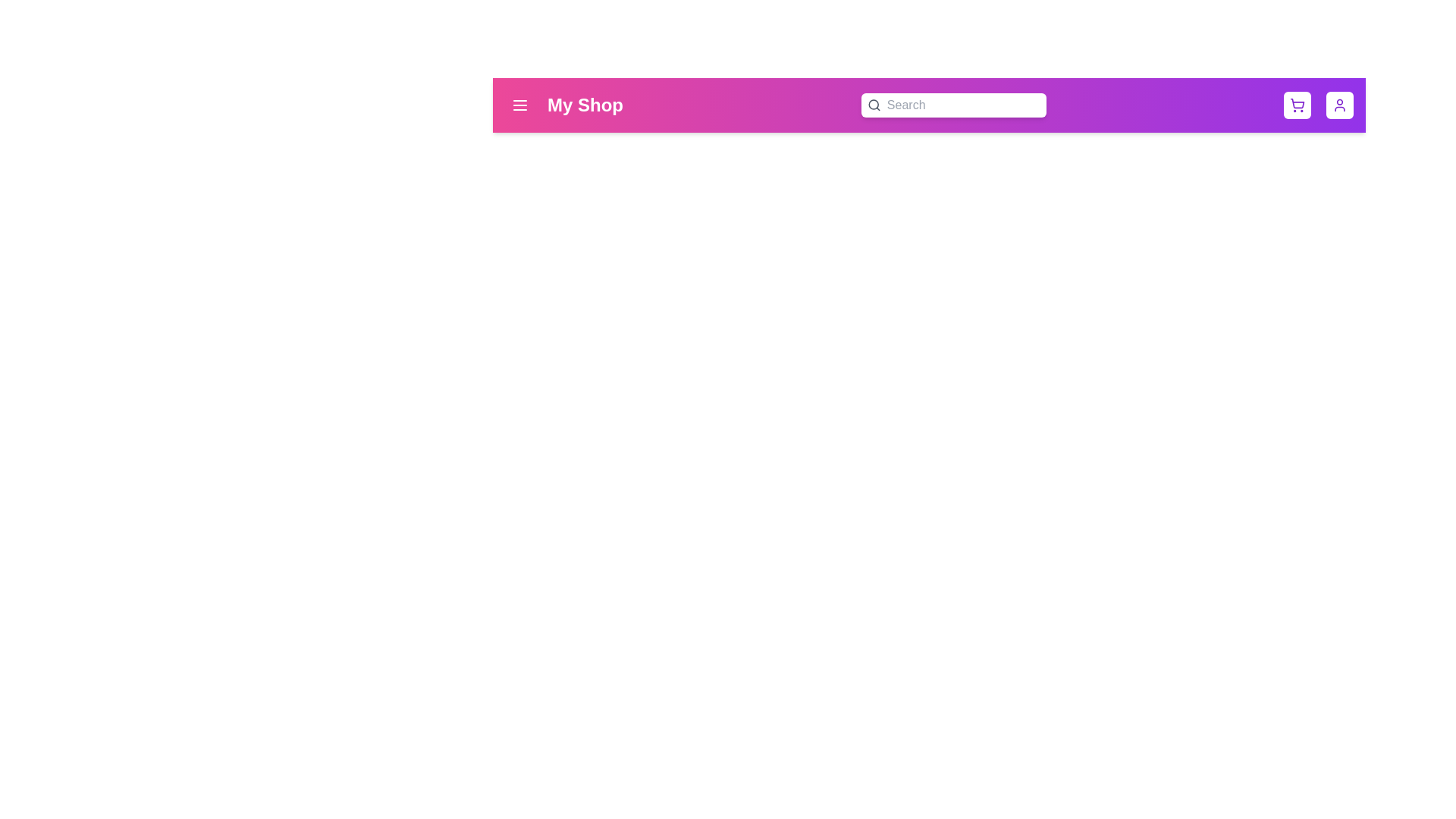  I want to click on the menu button to open the navigation menu, so click(520, 104).